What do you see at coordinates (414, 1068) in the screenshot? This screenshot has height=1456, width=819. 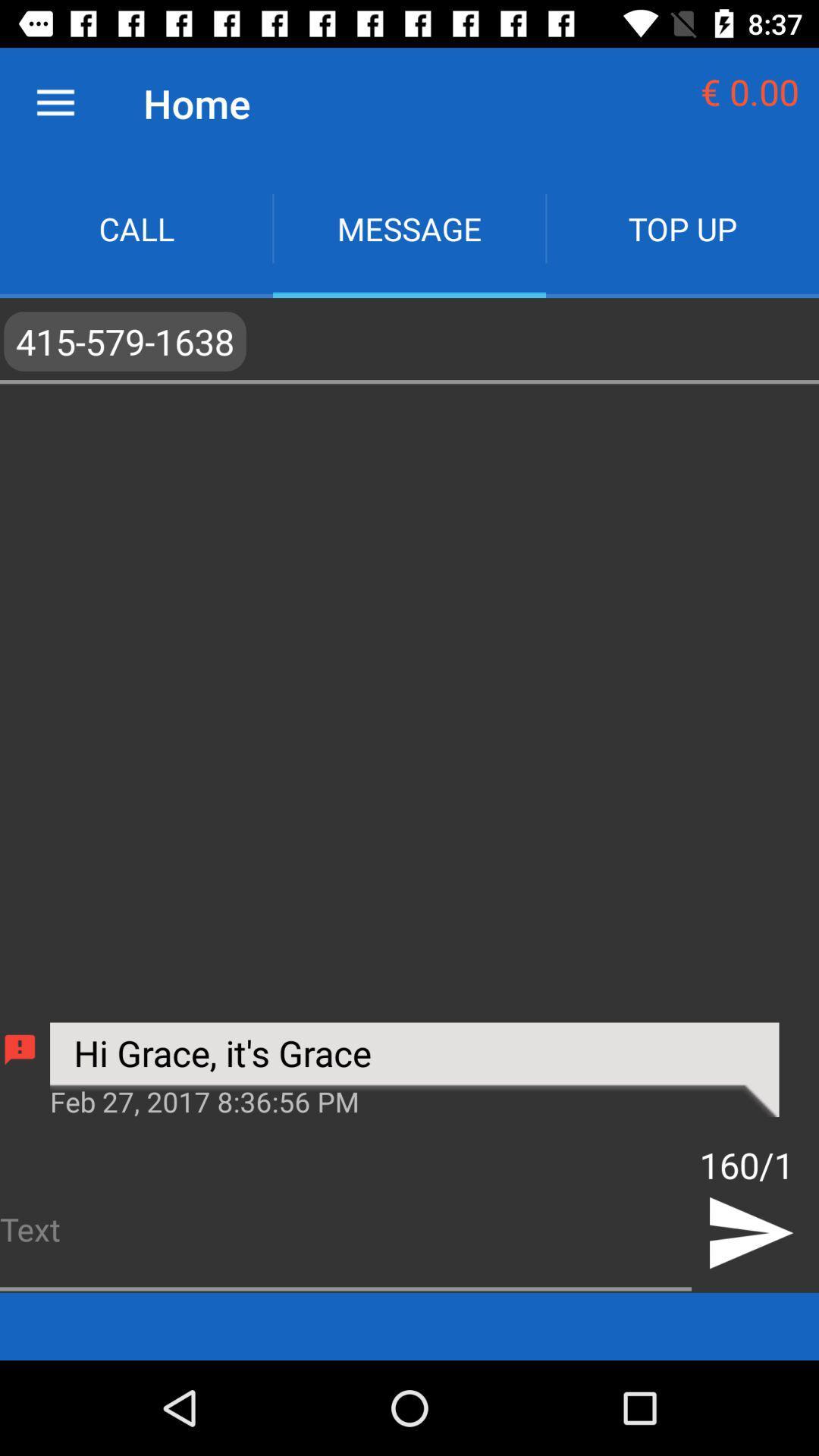 I see `item above the 160/1 icon` at bounding box center [414, 1068].